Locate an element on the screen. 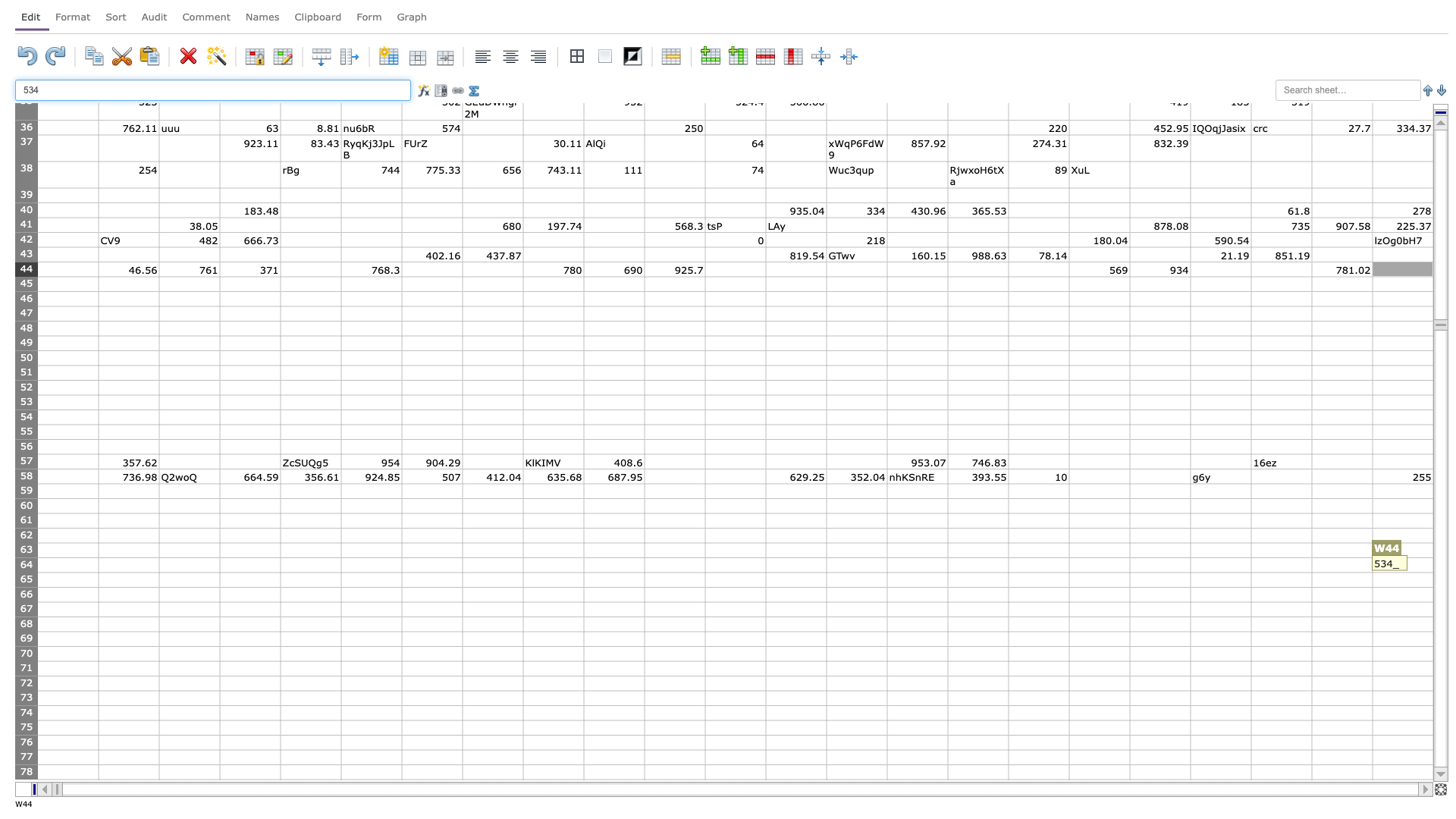  bottom right corner of C65 is located at coordinates (218, 586).